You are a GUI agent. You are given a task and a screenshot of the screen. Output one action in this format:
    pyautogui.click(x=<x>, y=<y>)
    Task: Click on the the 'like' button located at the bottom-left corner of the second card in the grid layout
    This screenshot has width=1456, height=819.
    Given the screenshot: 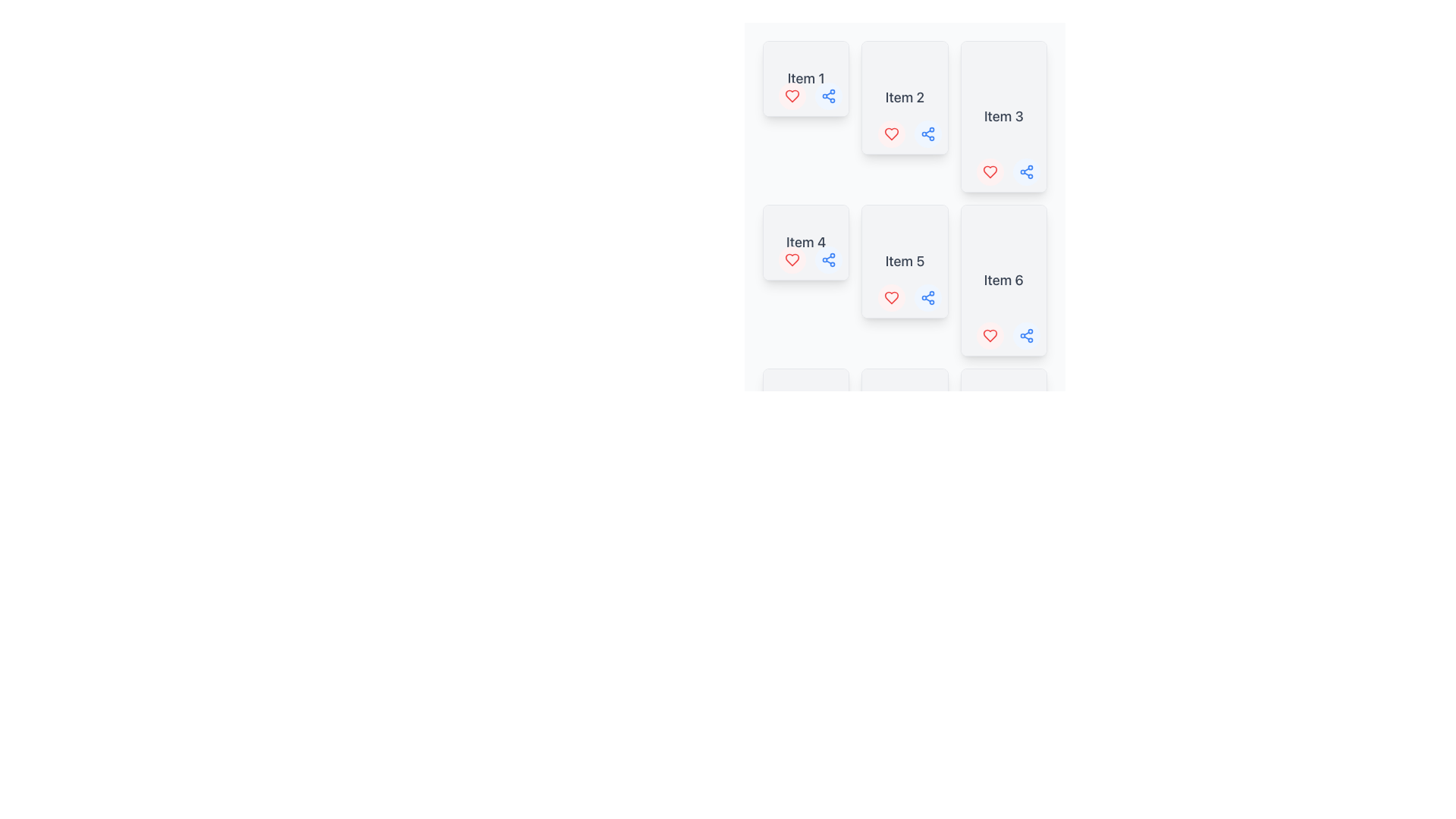 What is the action you would take?
    pyautogui.click(x=891, y=133)
    